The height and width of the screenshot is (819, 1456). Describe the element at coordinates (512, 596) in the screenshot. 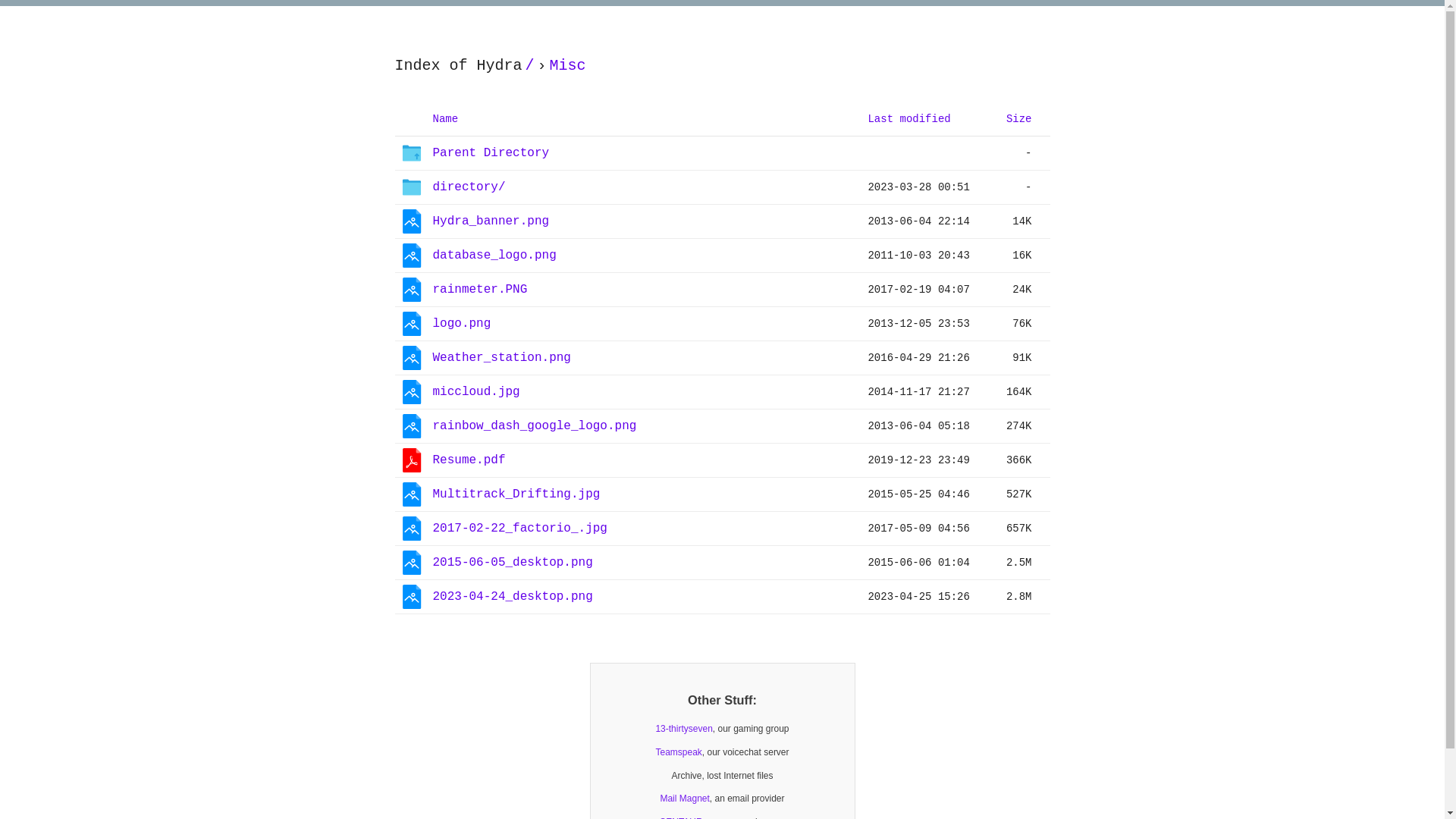

I see `'2023-04-24_desktop.png'` at that location.